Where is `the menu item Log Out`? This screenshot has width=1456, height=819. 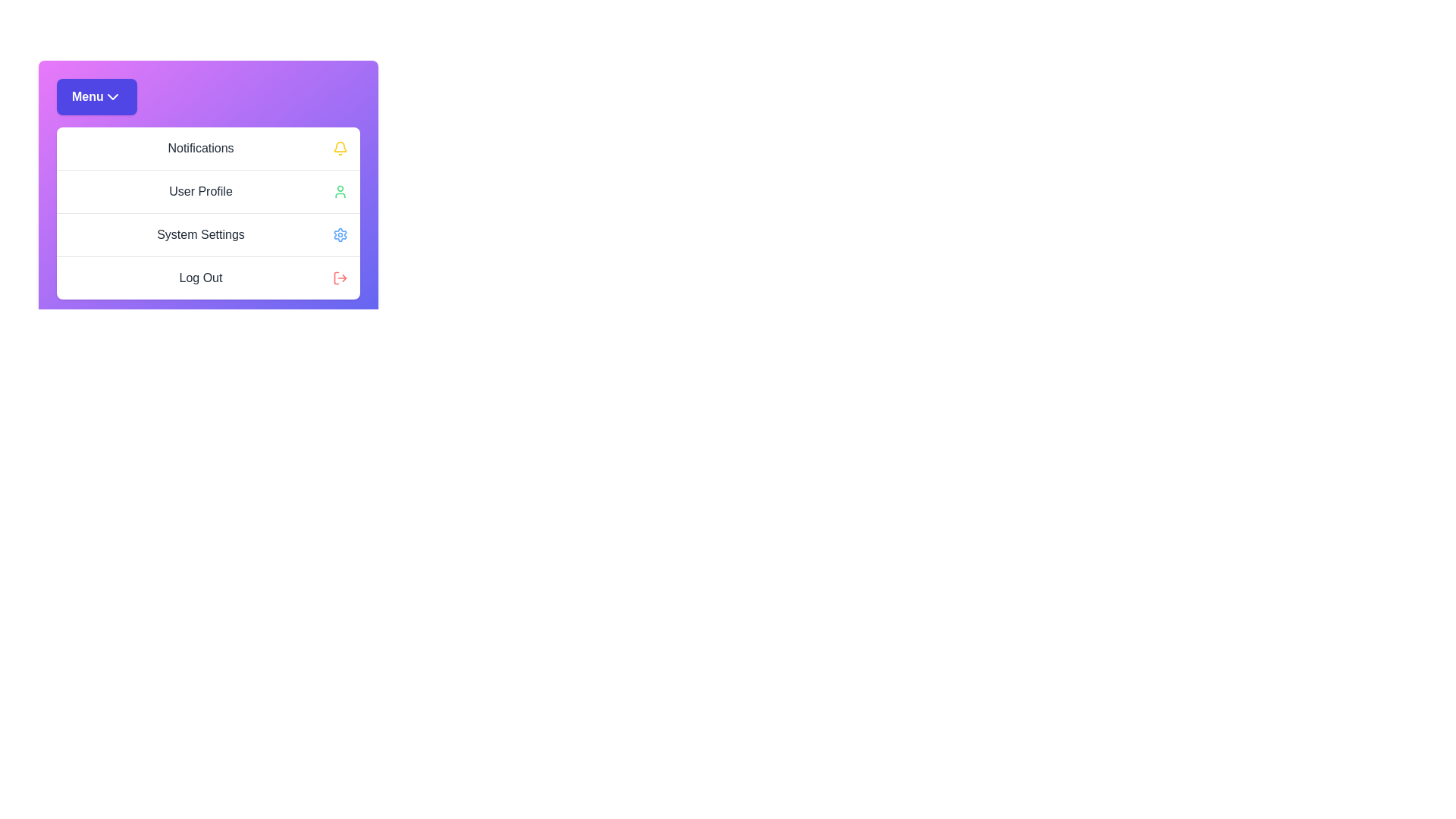
the menu item Log Out is located at coordinates (207, 278).